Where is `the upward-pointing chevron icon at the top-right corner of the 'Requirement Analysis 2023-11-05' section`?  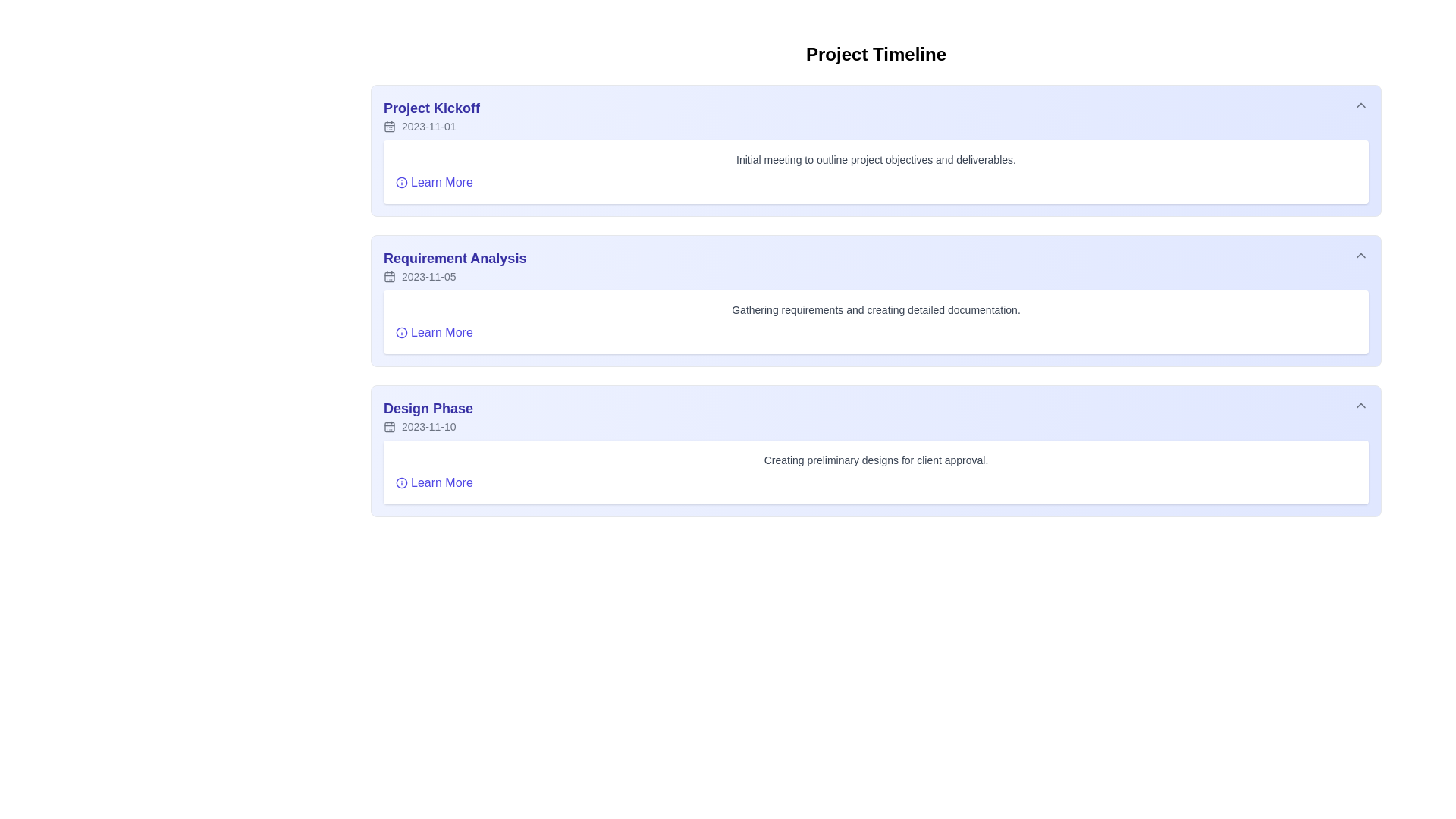
the upward-pointing chevron icon at the top-right corner of the 'Requirement Analysis 2023-11-05' section is located at coordinates (1361, 254).